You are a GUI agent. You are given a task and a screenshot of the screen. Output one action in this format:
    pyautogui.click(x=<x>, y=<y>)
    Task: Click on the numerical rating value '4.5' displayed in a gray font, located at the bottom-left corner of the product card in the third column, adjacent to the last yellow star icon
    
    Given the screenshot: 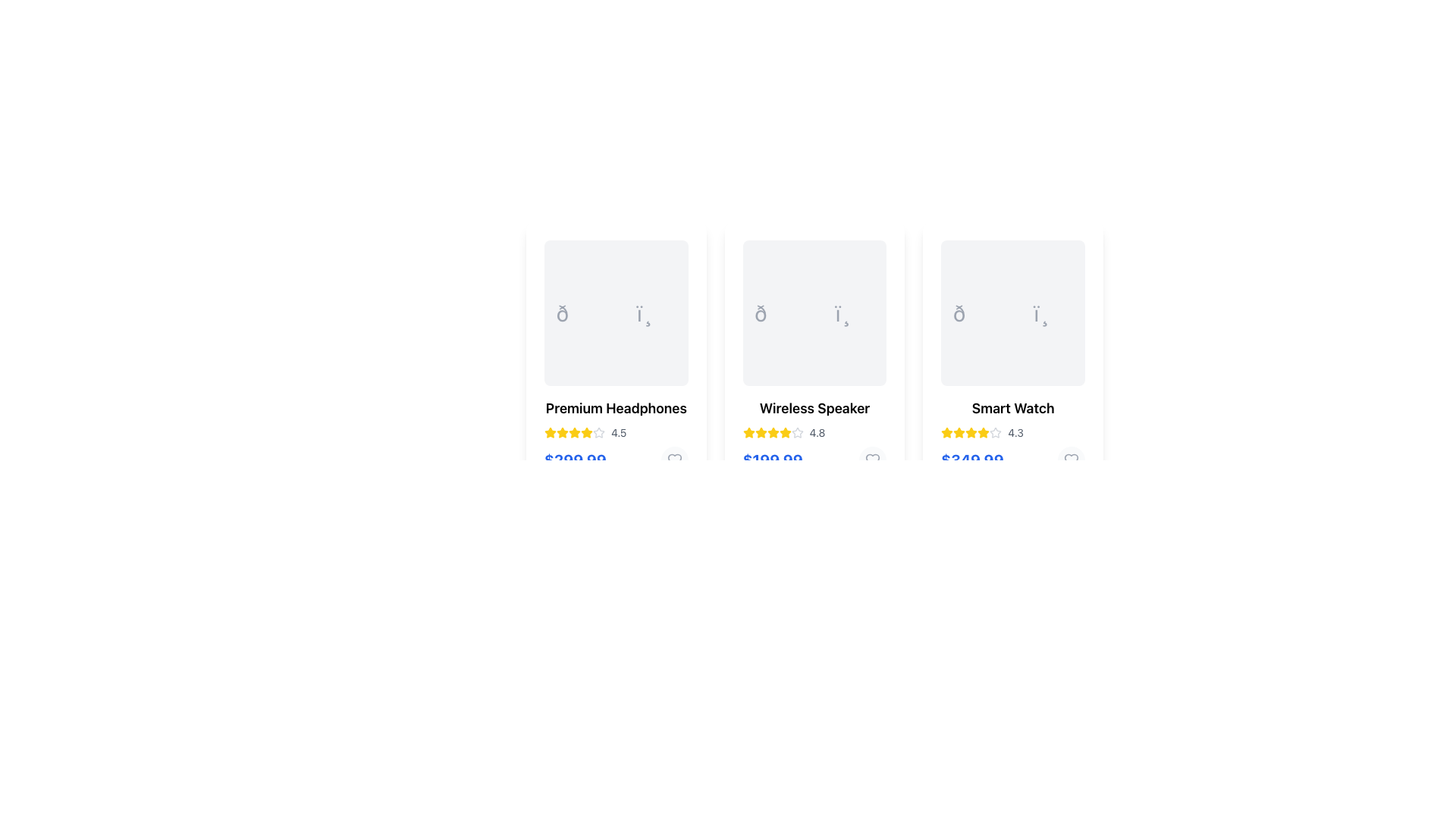 What is the action you would take?
    pyautogui.click(x=619, y=432)
    